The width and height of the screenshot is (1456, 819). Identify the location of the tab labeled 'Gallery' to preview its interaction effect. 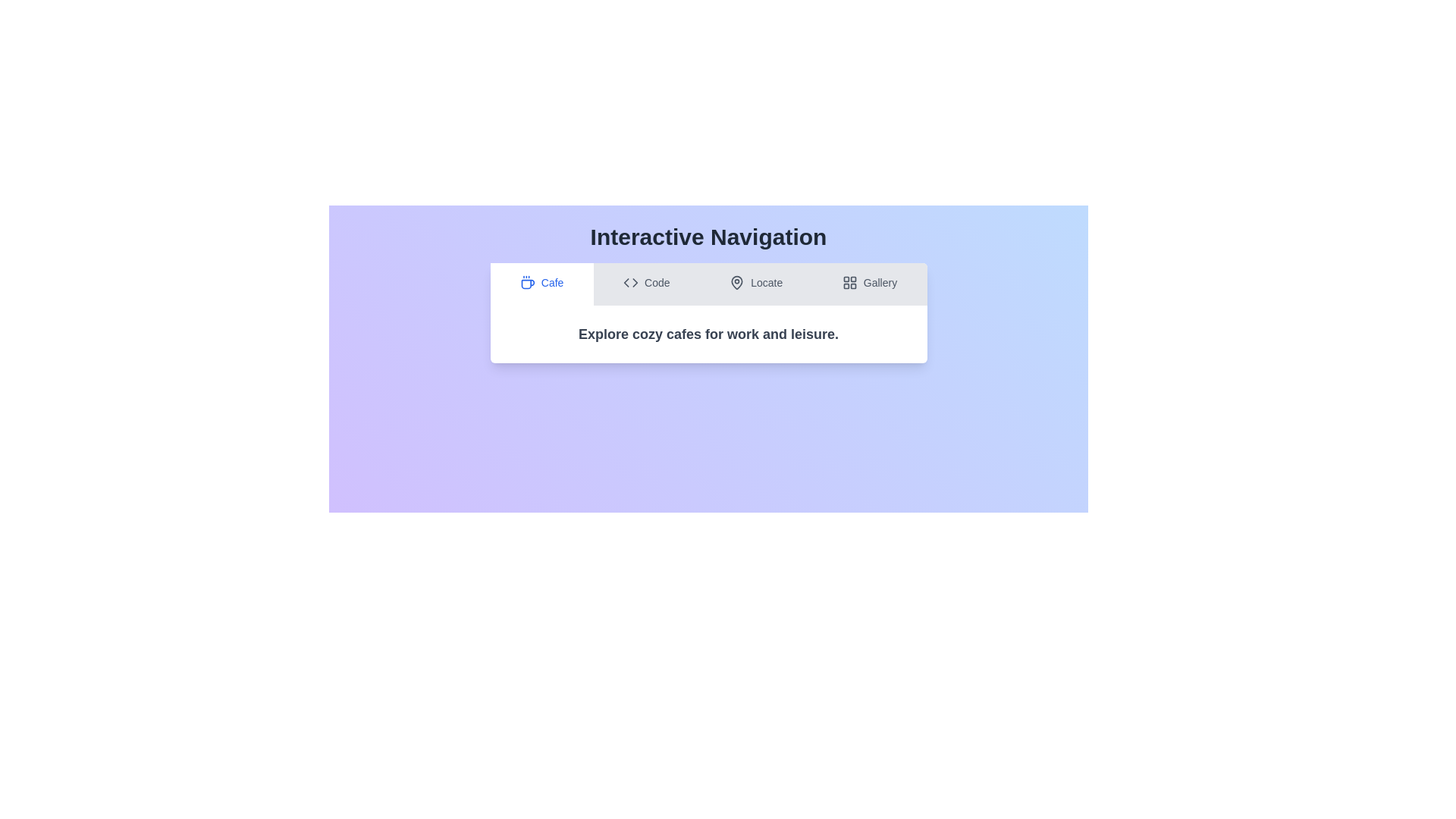
(870, 284).